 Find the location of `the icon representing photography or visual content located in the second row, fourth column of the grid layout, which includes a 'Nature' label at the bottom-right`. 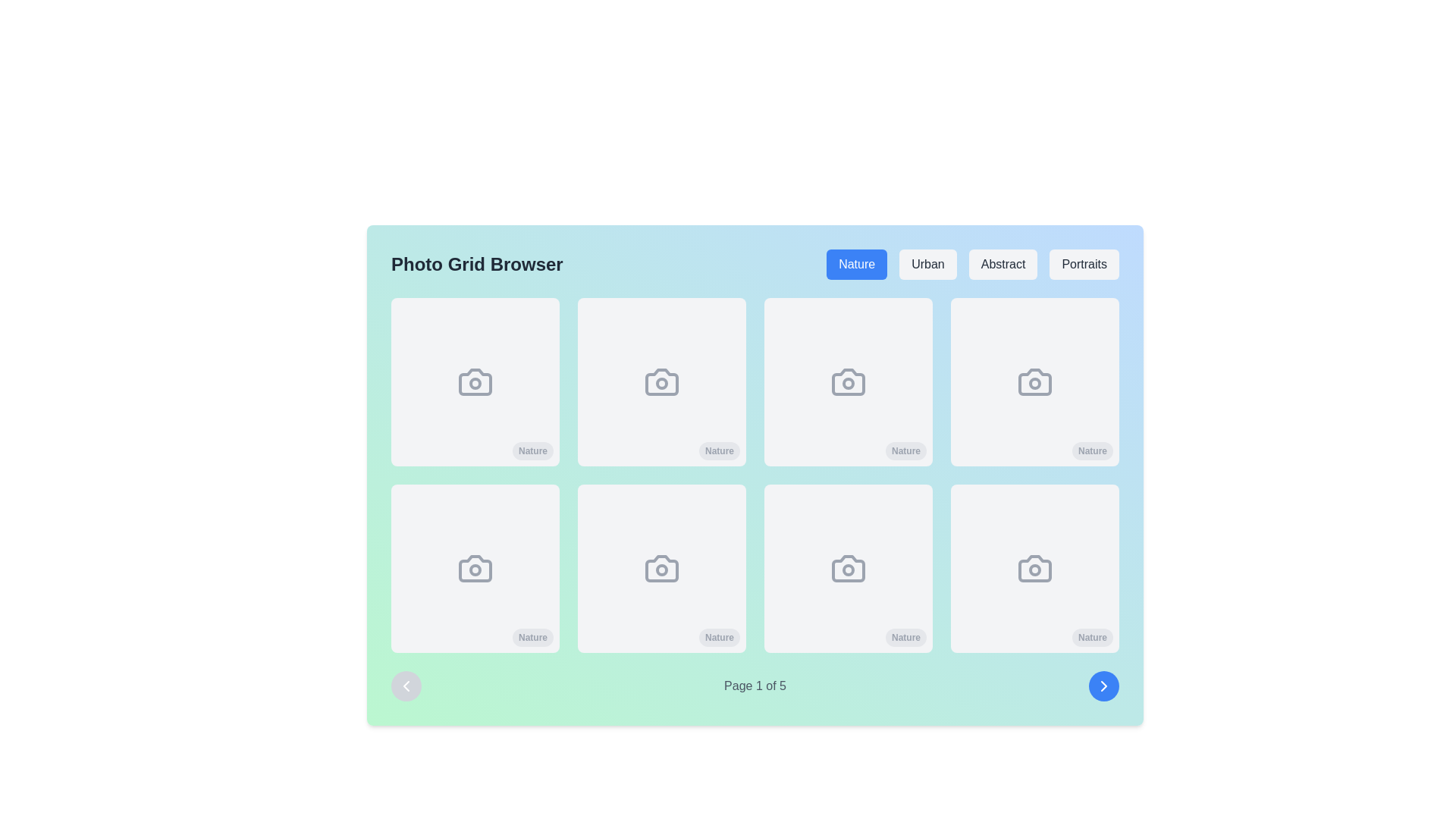

the icon representing photography or visual content located in the second row, fourth column of the grid layout, which includes a 'Nature' label at the bottom-right is located at coordinates (847, 568).